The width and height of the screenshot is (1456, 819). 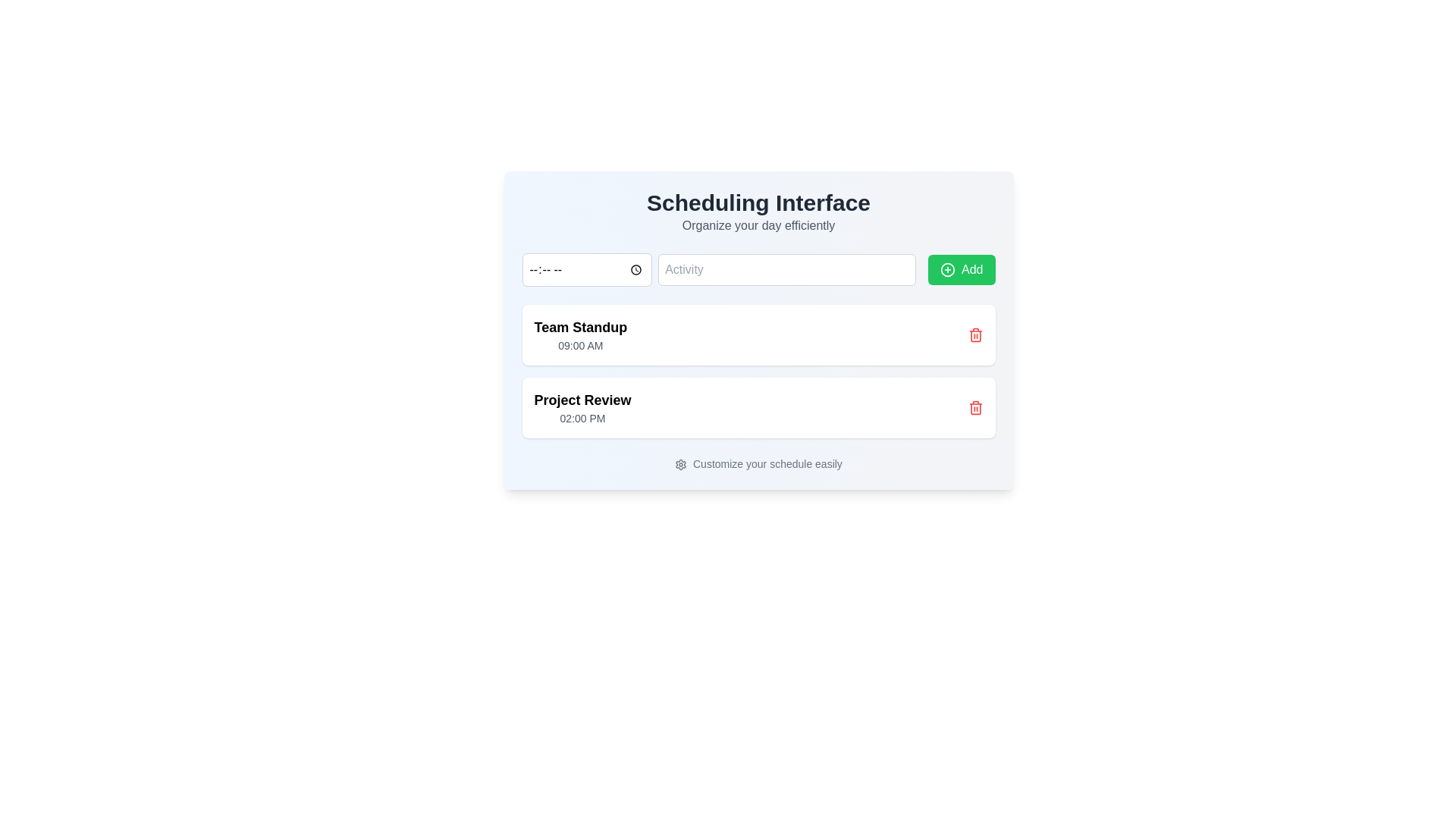 I want to click on the 'Team Standup' text label, which is the title of the first entry in the list of scheduled events, to possibly reveal additional information, so click(x=579, y=327).